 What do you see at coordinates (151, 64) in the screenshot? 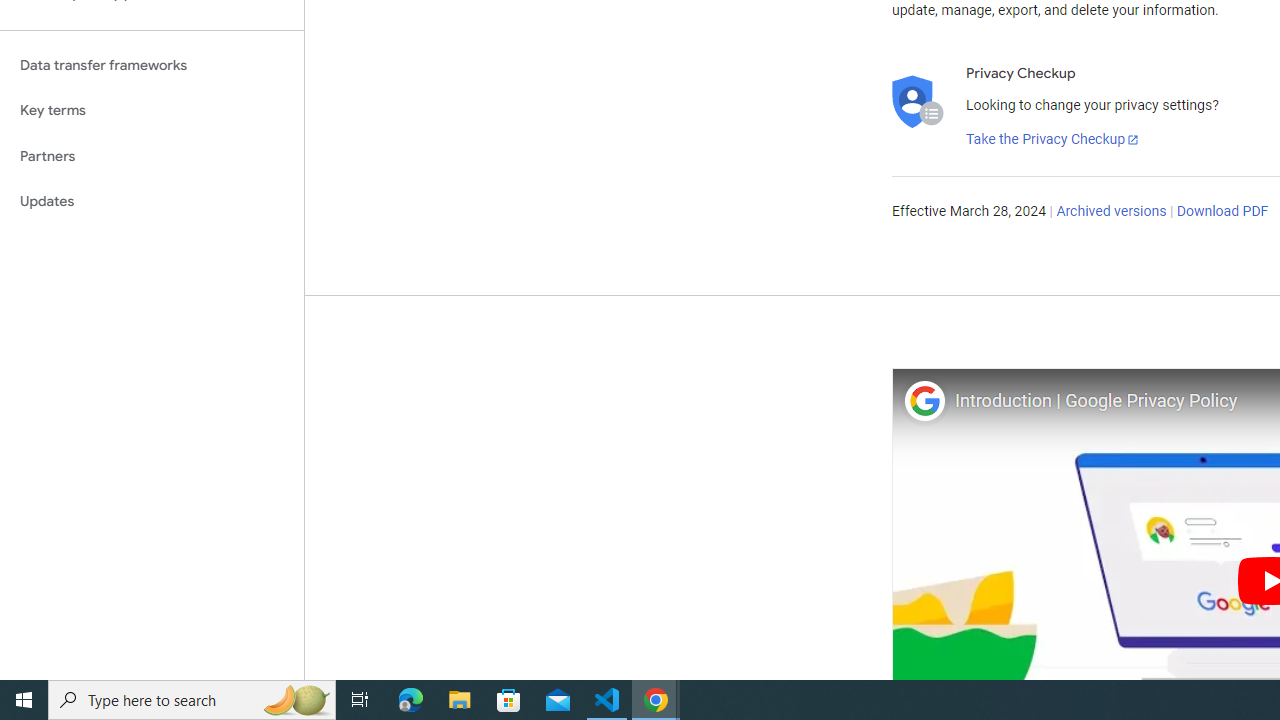
I see `'Data transfer frameworks'` at bounding box center [151, 64].